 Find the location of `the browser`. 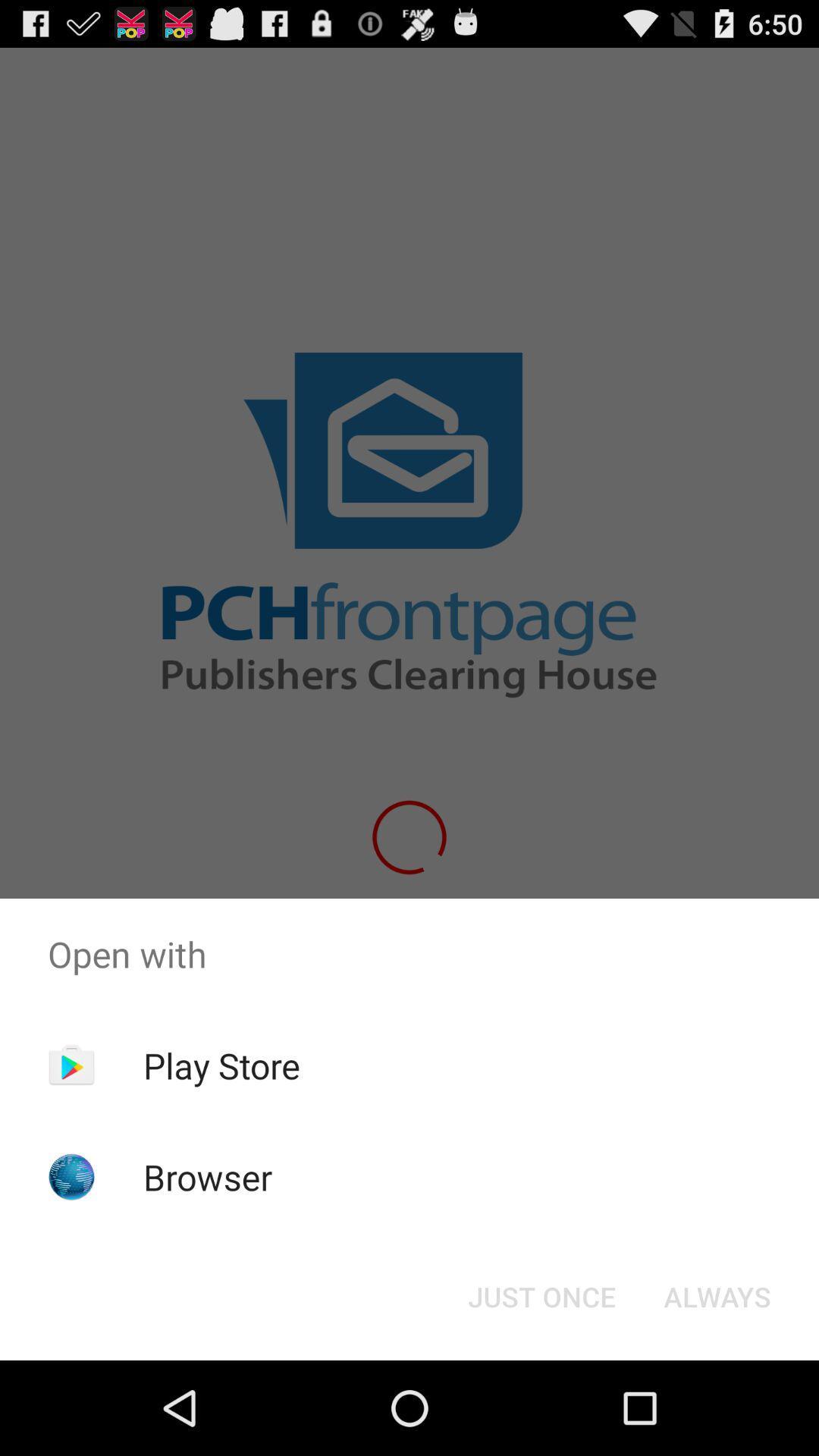

the browser is located at coordinates (208, 1176).